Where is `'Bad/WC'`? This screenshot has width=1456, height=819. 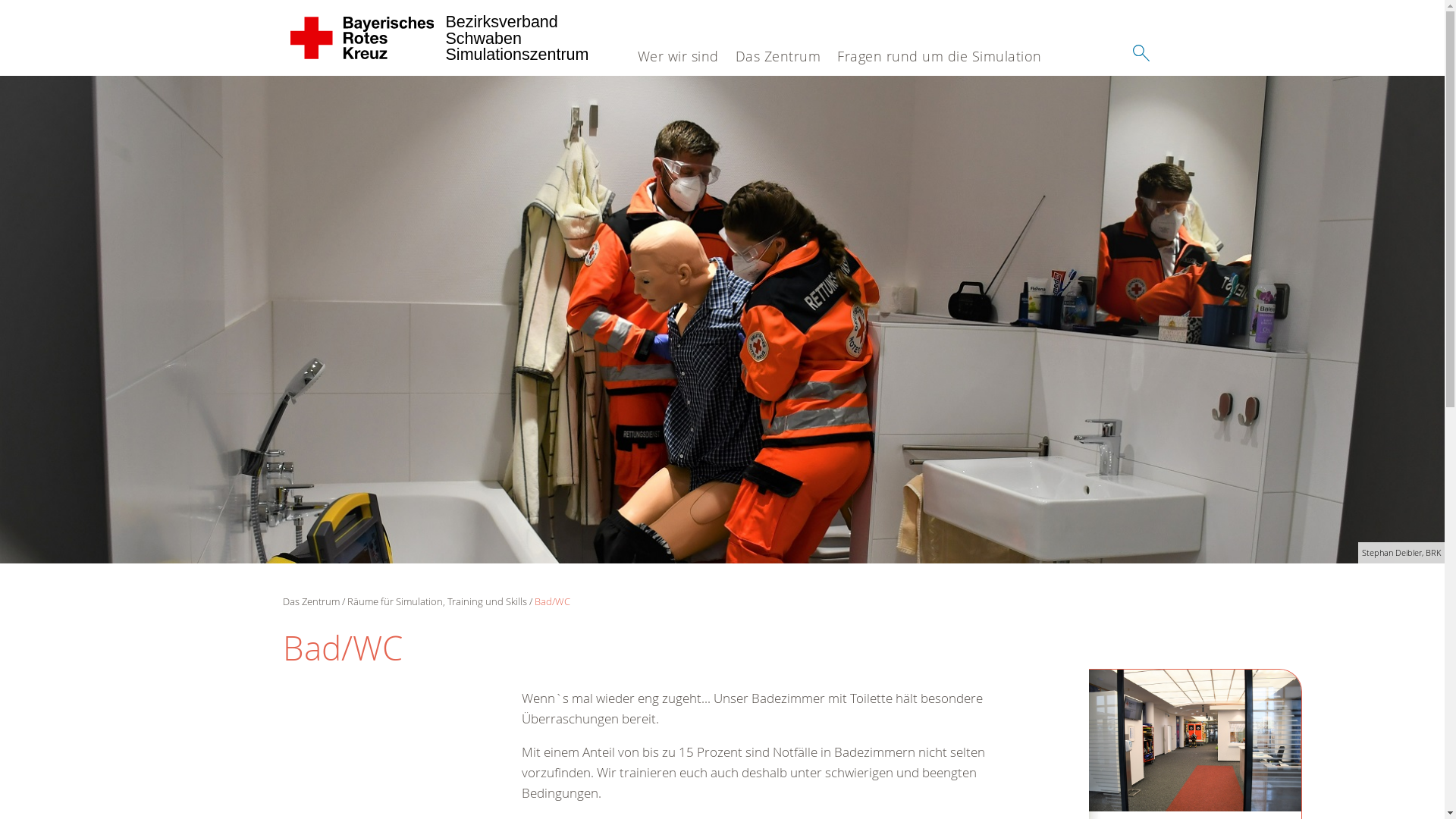
'Bad/WC' is located at coordinates (551, 601).